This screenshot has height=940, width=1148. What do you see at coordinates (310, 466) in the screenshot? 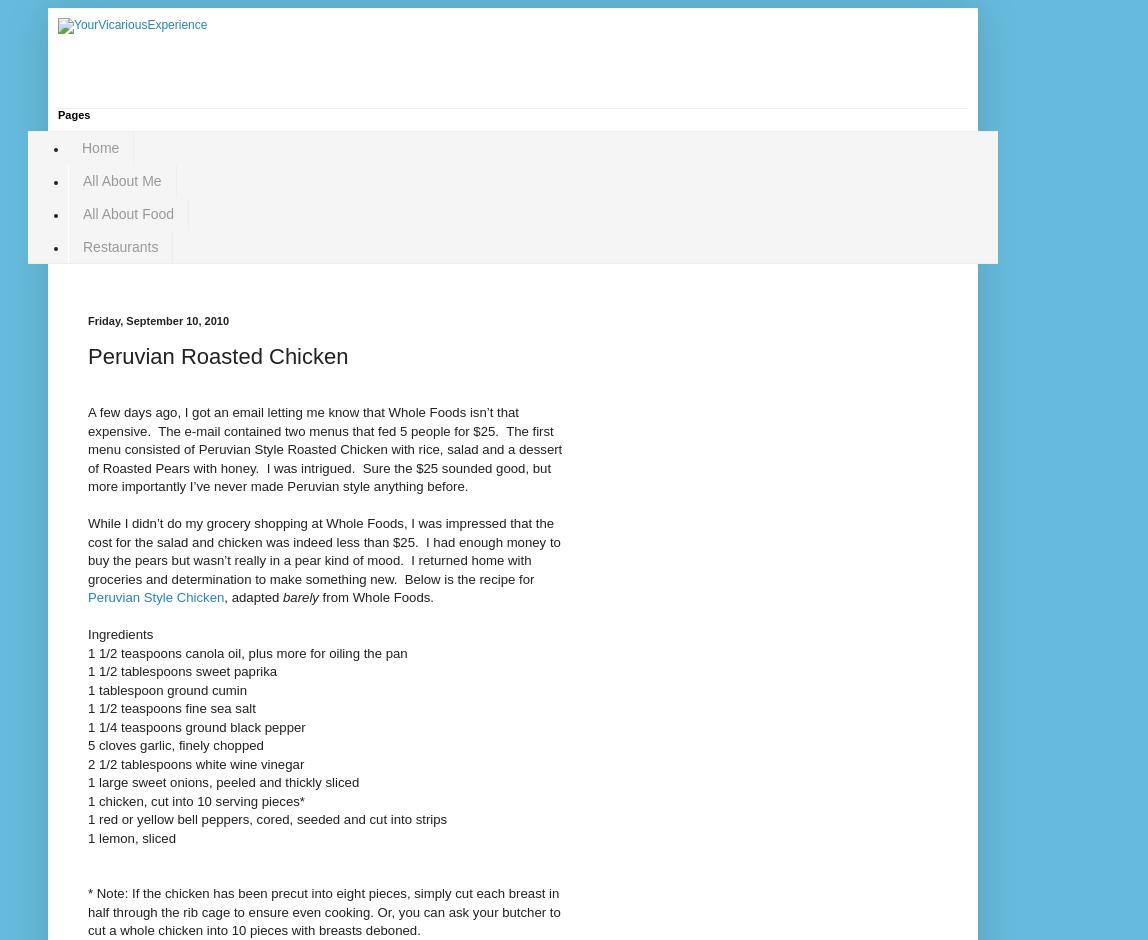
I see `'I was intrigued.'` at bounding box center [310, 466].